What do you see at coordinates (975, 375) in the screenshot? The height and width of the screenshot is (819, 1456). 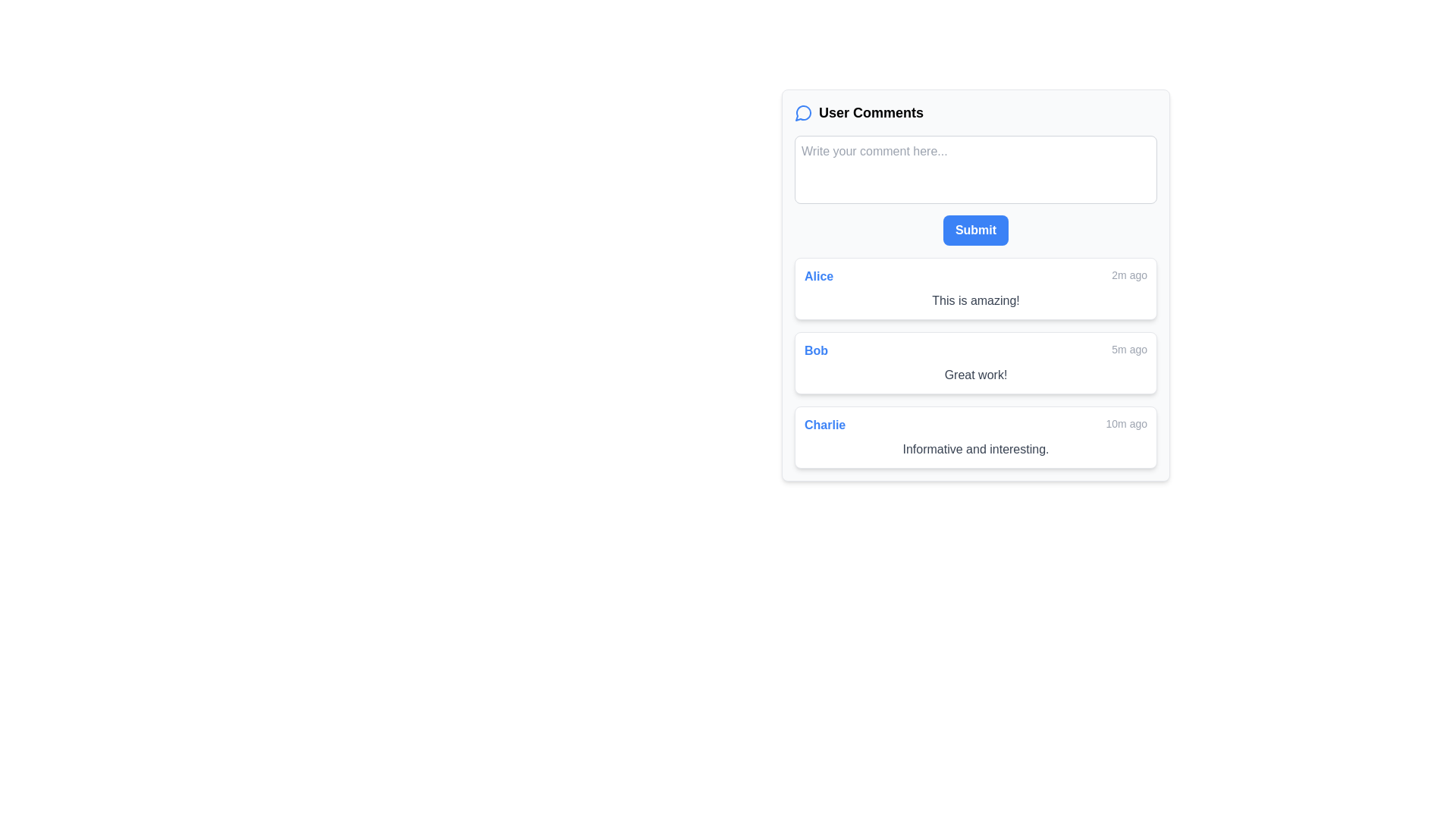 I see `user comment text label displayed below the user's name 'Bob' and the timestamp '5m ago' in the comment section` at bounding box center [975, 375].